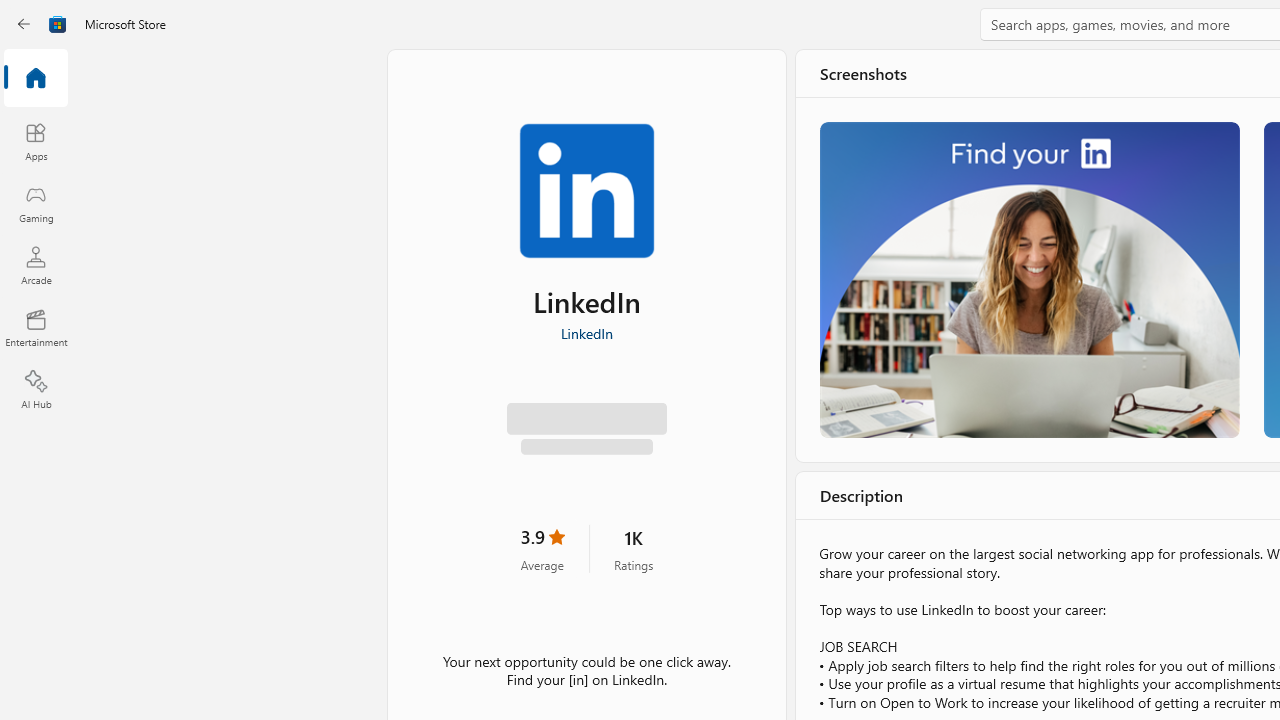 This screenshot has height=720, width=1280. What do you see at coordinates (35, 140) in the screenshot?
I see `'Apps'` at bounding box center [35, 140].